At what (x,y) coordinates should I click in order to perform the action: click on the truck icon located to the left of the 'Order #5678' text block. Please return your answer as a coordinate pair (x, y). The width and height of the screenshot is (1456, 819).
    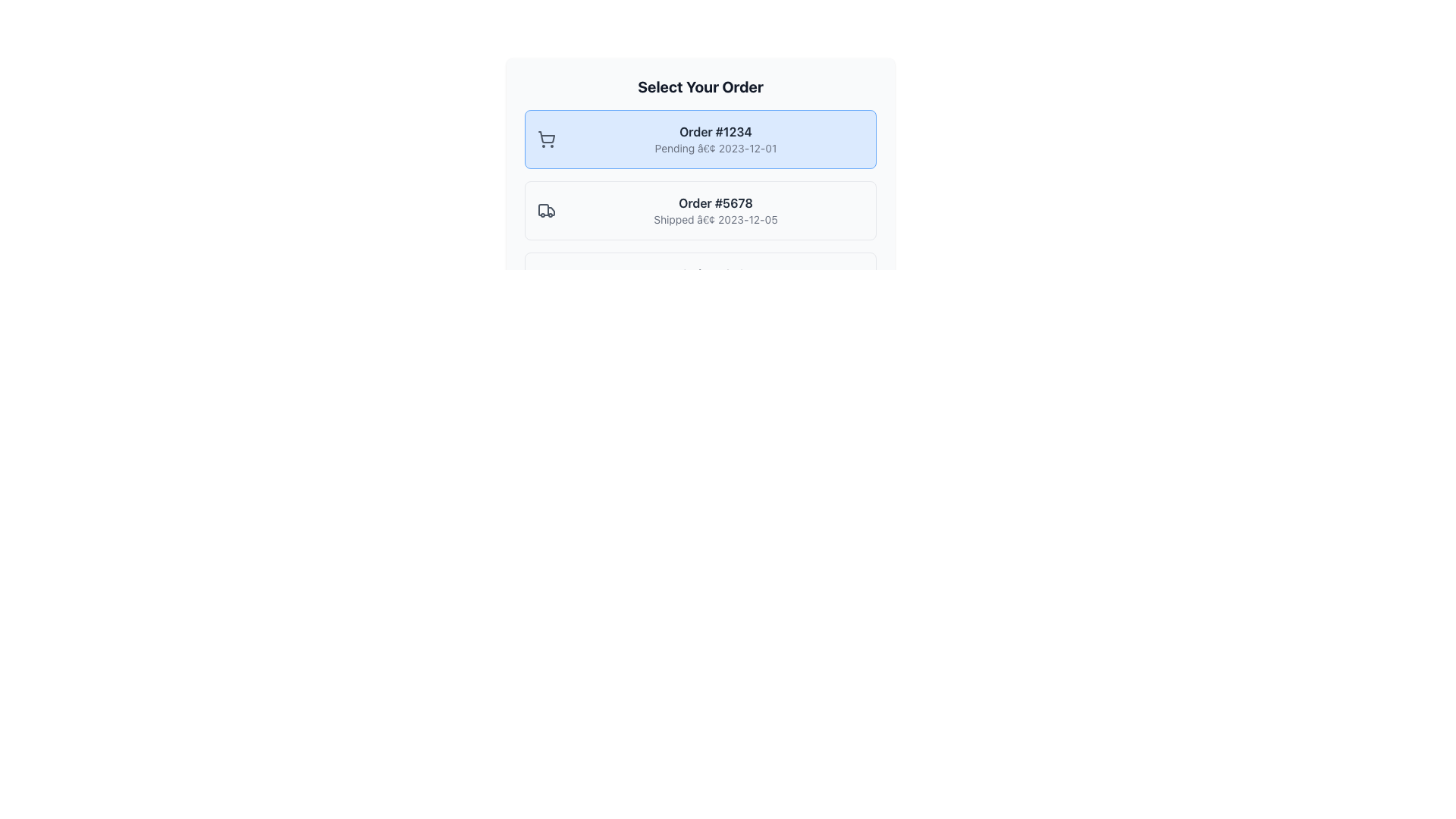
    Looking at the image, I should click on (546, 210).